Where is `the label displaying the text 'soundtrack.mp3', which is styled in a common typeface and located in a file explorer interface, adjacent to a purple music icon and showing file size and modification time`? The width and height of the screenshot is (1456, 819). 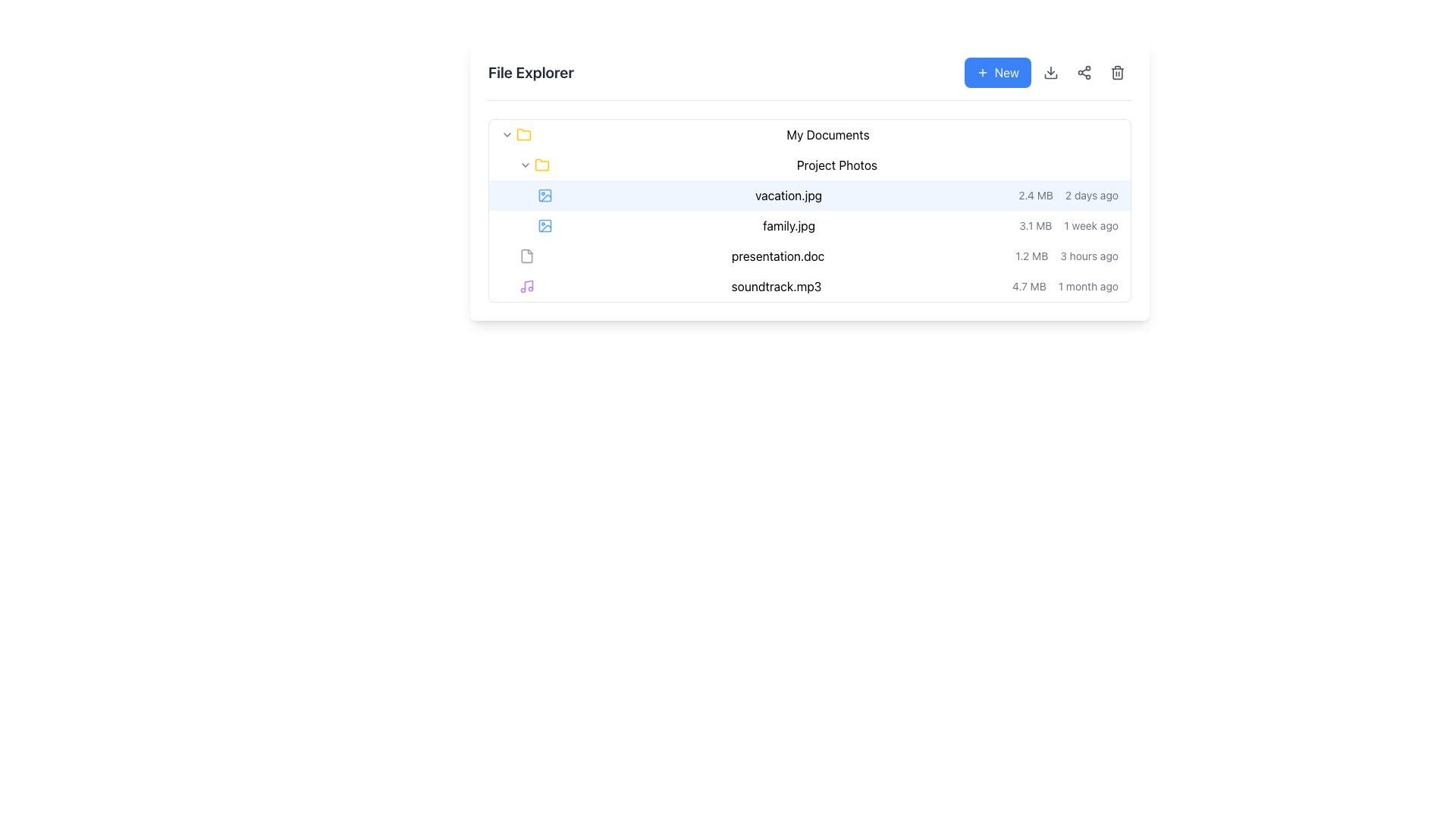
the label displaying the text 'soundtrack.mp3', which is styled in a common typeface and located in a file explorer interface, adjacent to a purple music icon and showing file size and modification time is located at coordinates (777, 287).